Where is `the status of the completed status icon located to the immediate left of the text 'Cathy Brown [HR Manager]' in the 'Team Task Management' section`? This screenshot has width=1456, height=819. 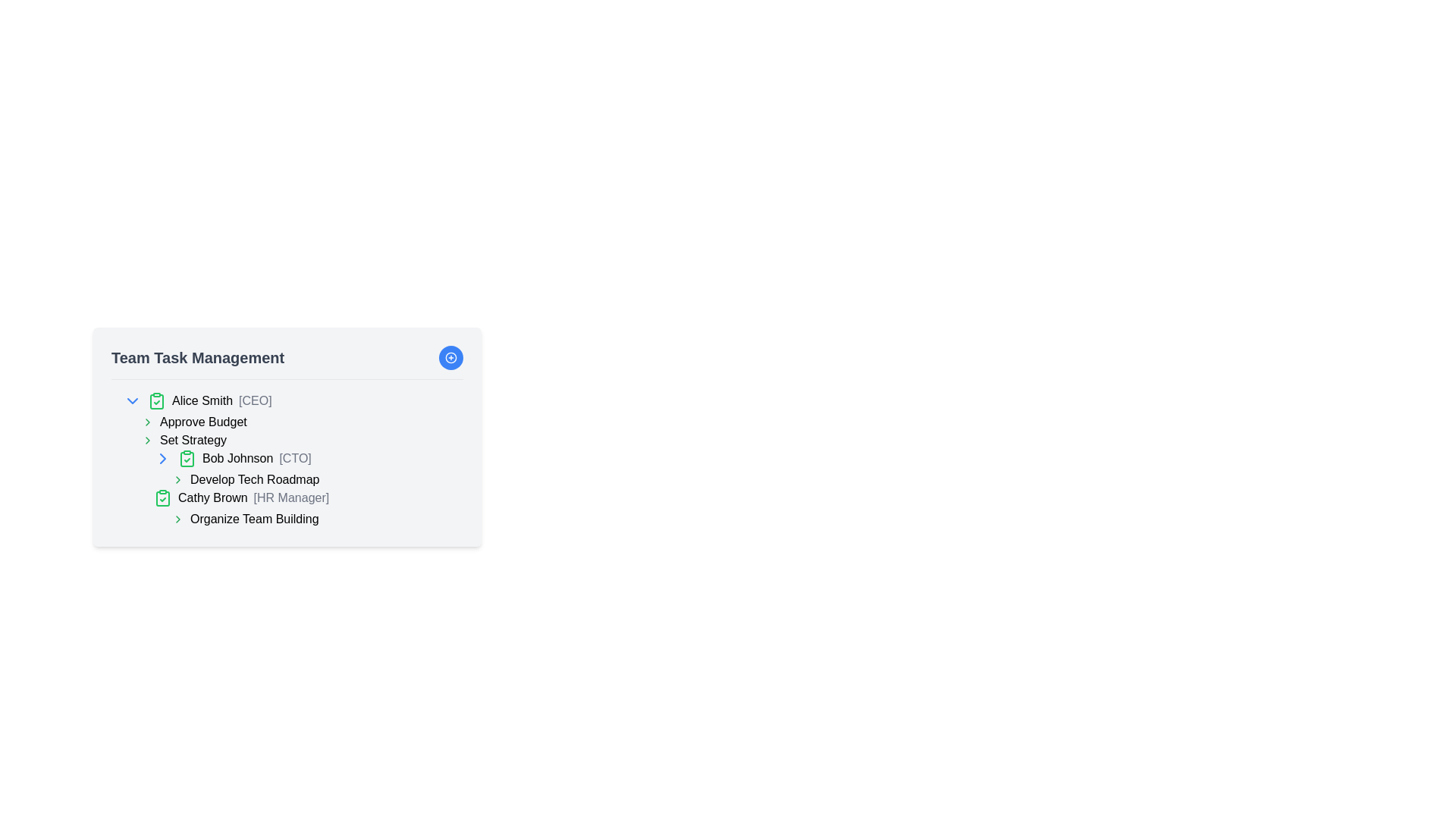 the status of the completed status icon located to the immediate left of the text 'Cathy Brown [HR Manager]' in the 'Team Task Management' section is located at coordinates (163, 497).